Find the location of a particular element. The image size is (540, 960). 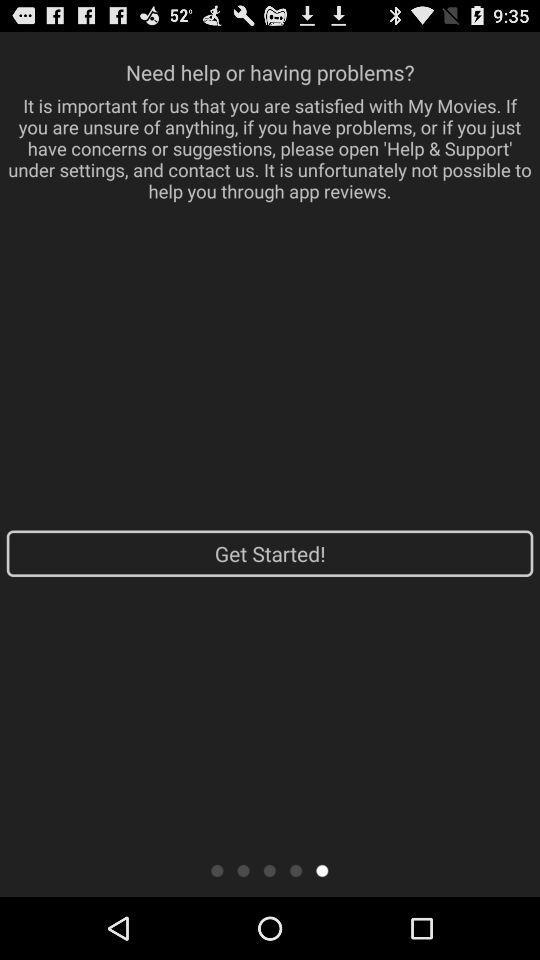

icon below get started! app is located at coordinates (322, 869).